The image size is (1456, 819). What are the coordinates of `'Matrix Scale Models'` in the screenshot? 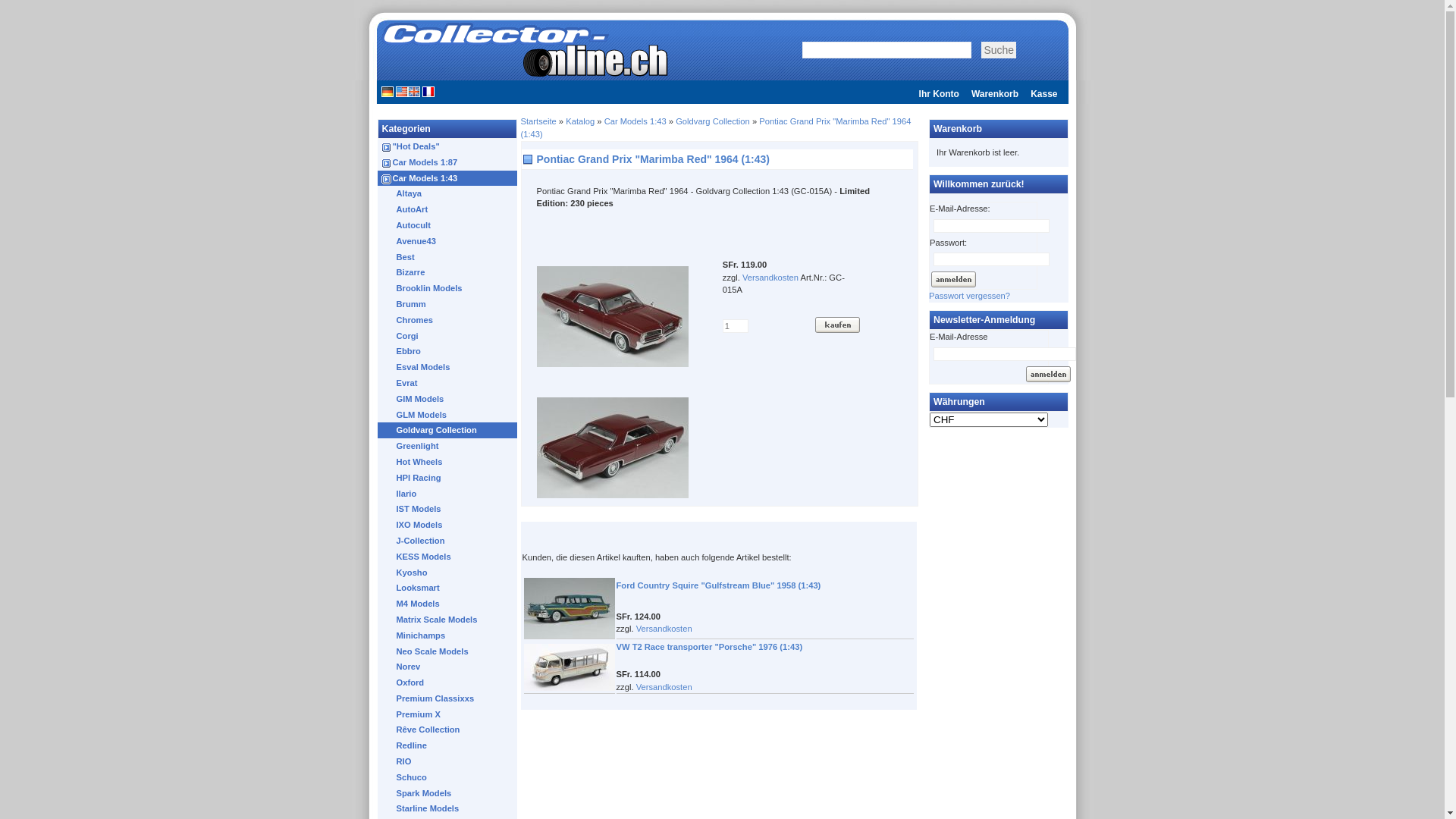 It's located at (449, 620).